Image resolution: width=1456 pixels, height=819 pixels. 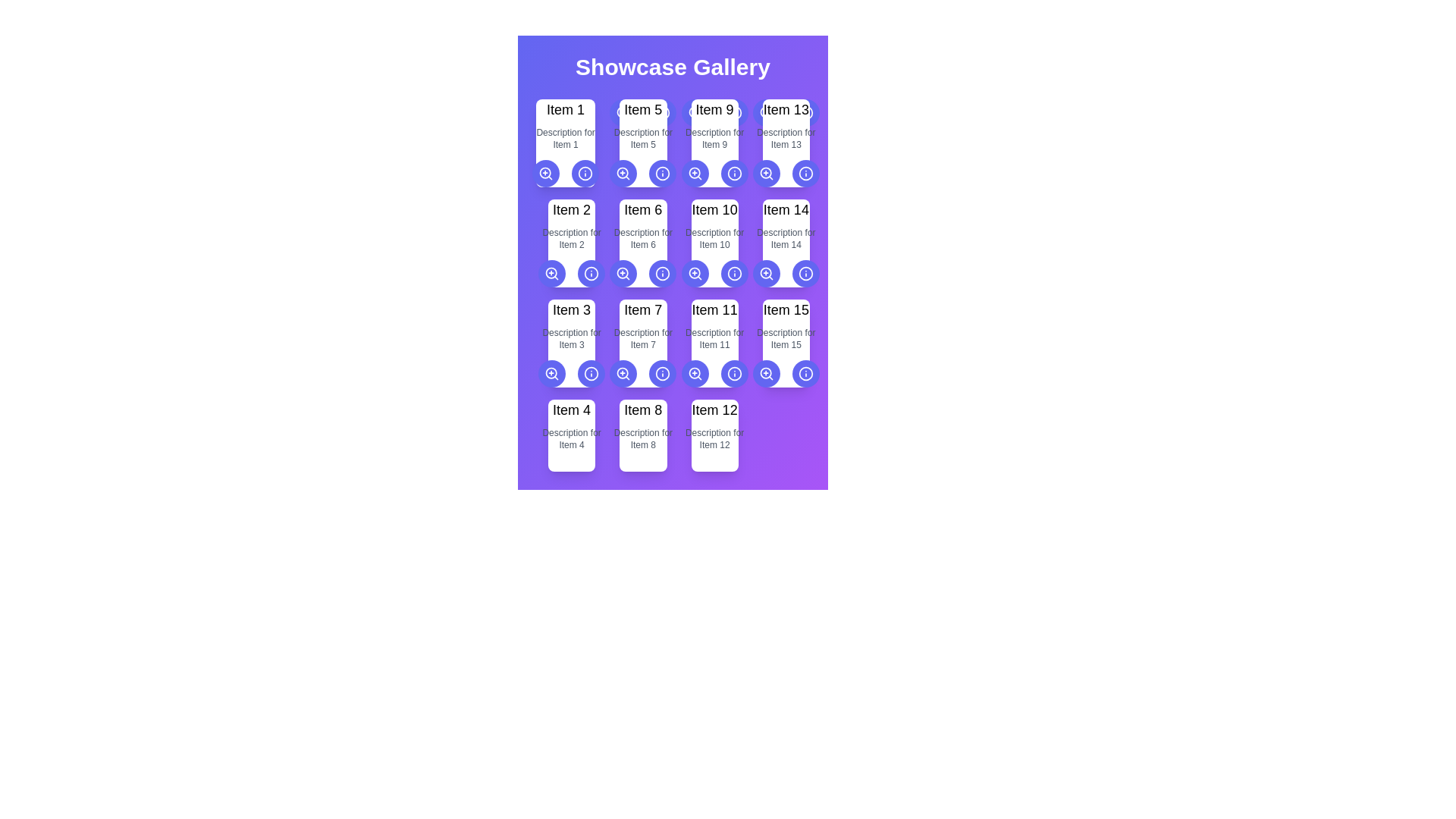 What do you see at coordinates (694, 172) in the screenshot?
I see `the SVG icon representing a magnifying glass with a plus symbol, which is embedded within a circular button with a violet background located below the 'Item 9' card in the 'Showcase Gallery' grid layout` at bounding box center [694, 172].